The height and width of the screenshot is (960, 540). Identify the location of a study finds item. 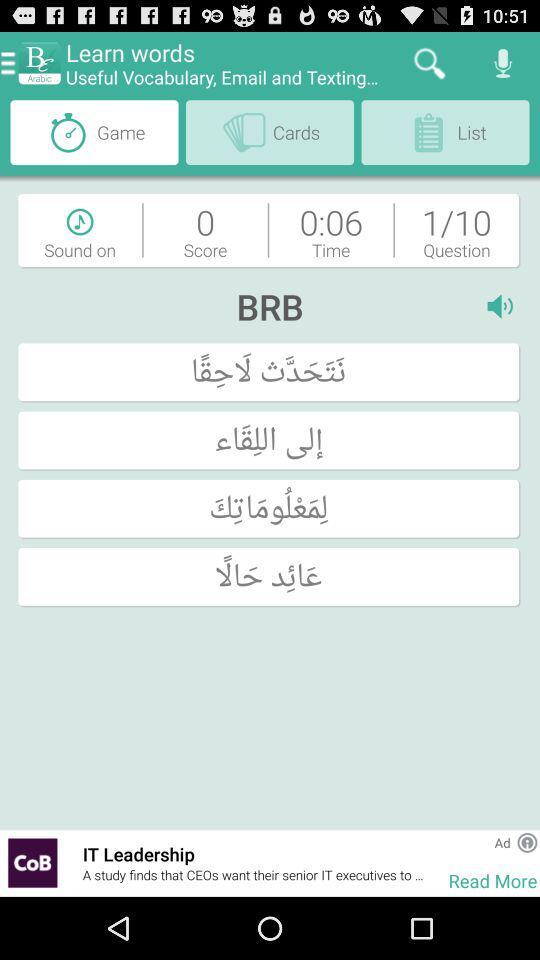
(255, 874).